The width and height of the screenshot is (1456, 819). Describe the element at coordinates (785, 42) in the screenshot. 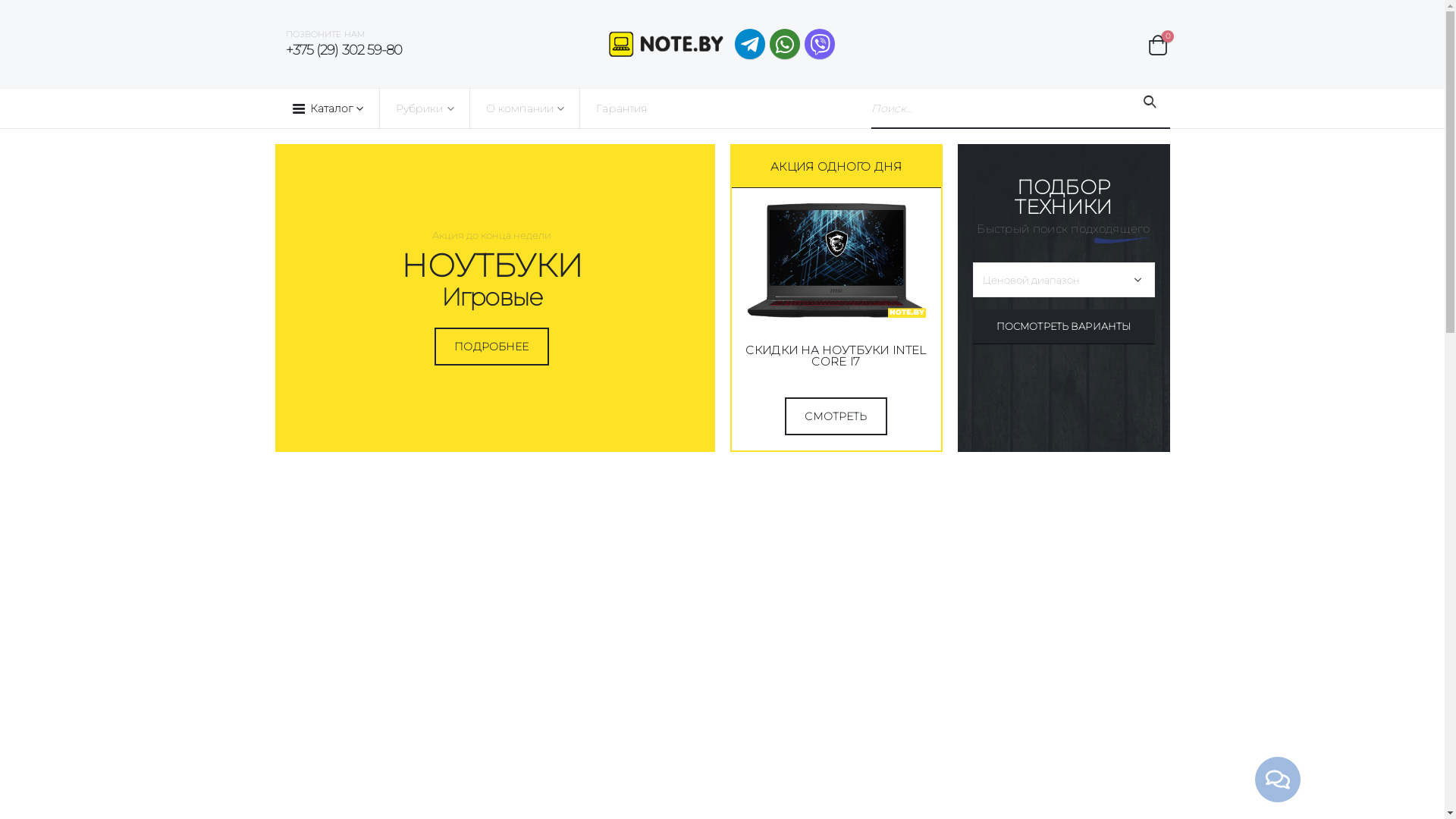

I see `'WhatsApp'` at that location.